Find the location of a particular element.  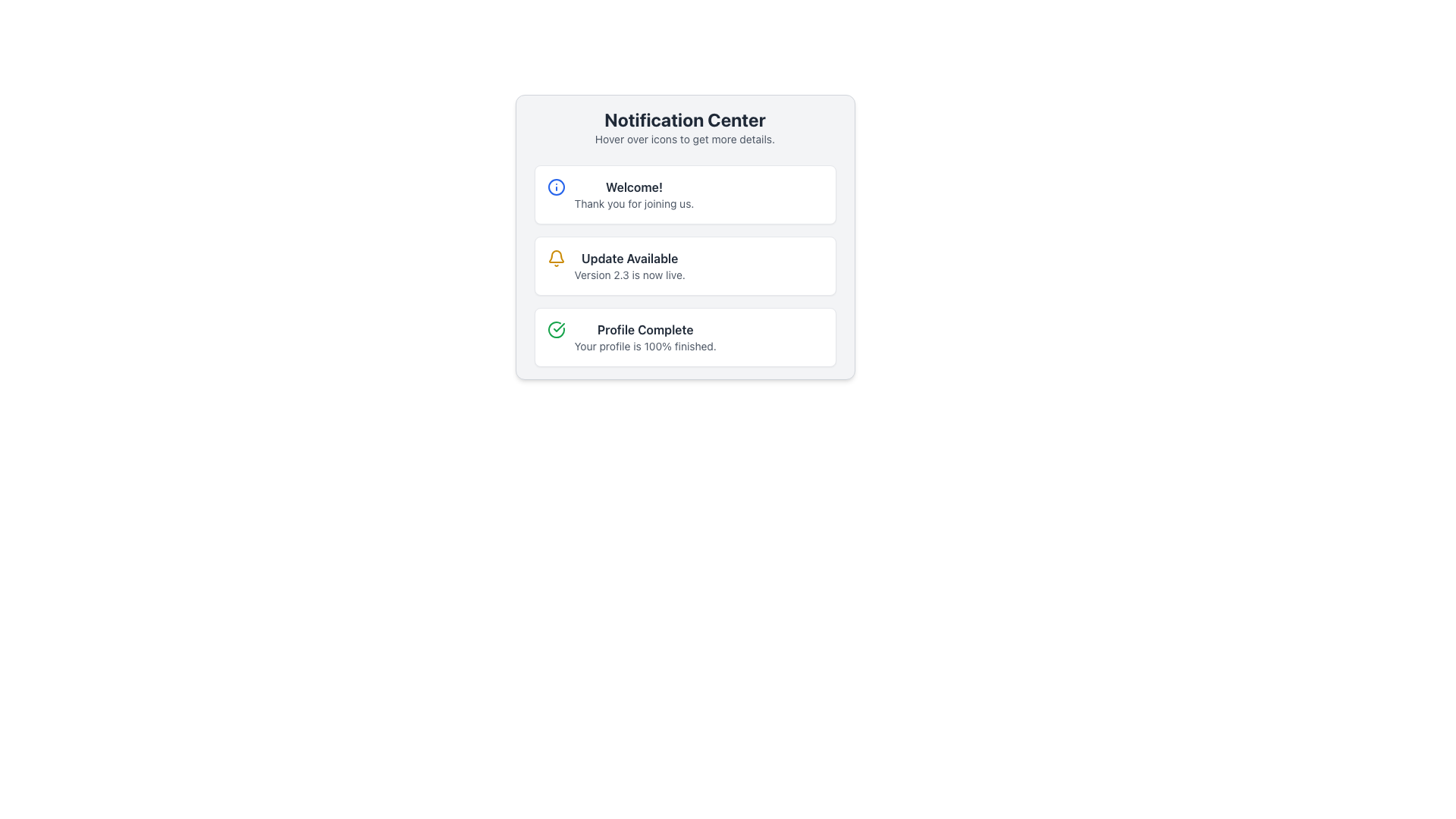

the 'Welcome!' text block element in the Notification Center, which contains a greeting and a thank you message is located at coordinates (634, 194).